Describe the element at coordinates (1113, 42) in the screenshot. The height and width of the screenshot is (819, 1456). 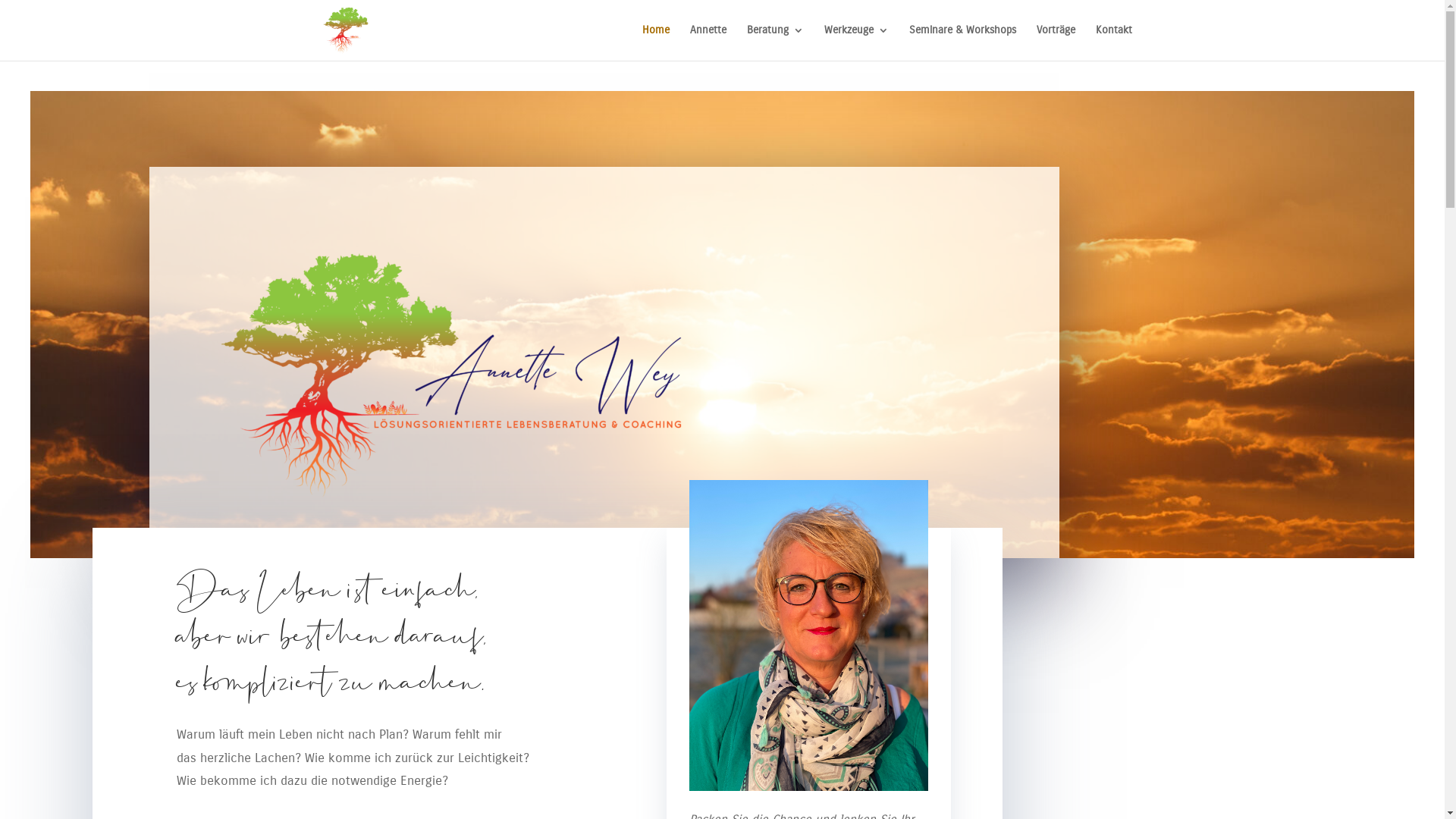
I see `'Kontakt'` at that location.